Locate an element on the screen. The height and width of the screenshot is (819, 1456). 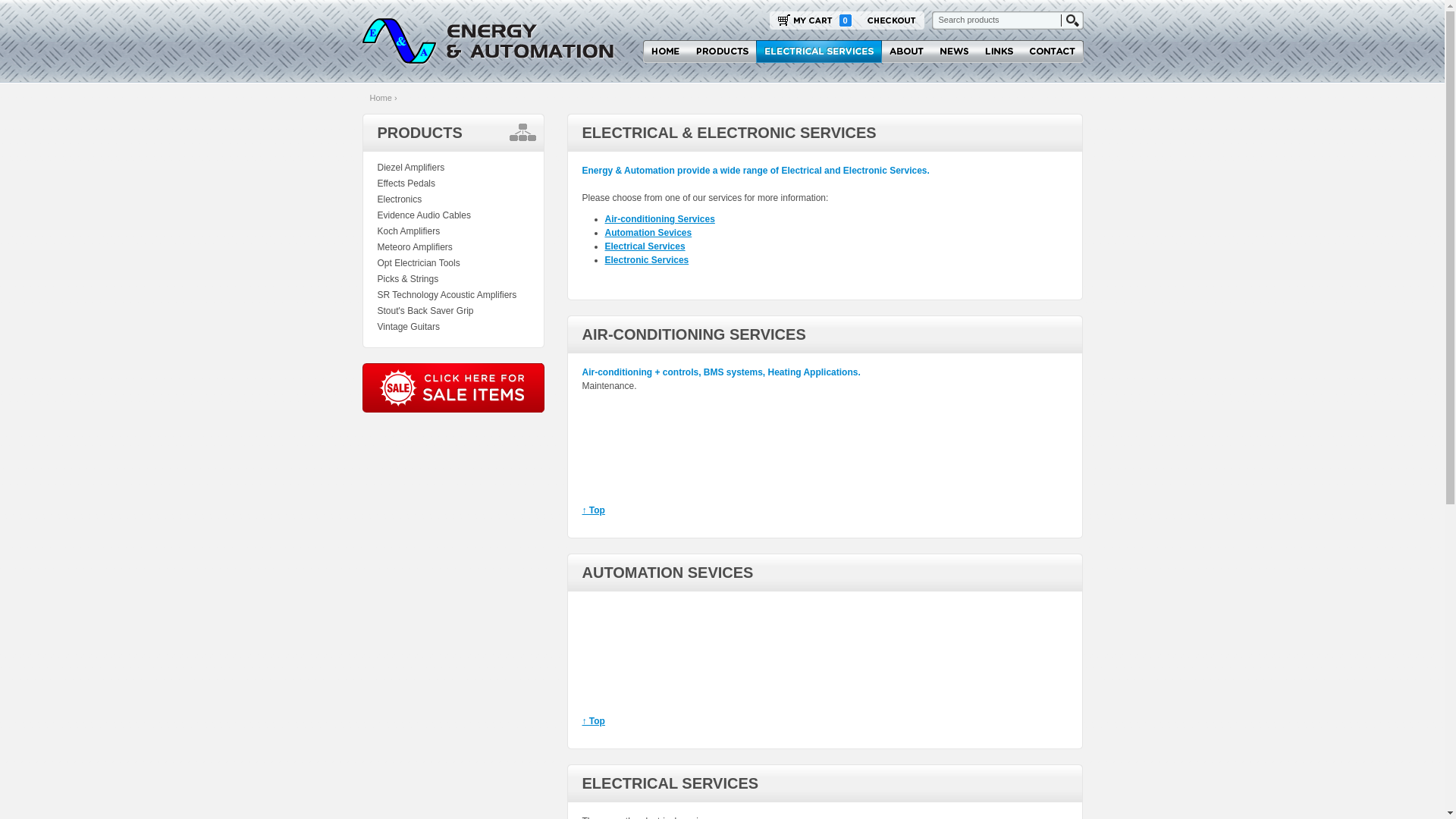
'SR Technology Acoustic Amplifiers' is located at coordinates (446, 295).